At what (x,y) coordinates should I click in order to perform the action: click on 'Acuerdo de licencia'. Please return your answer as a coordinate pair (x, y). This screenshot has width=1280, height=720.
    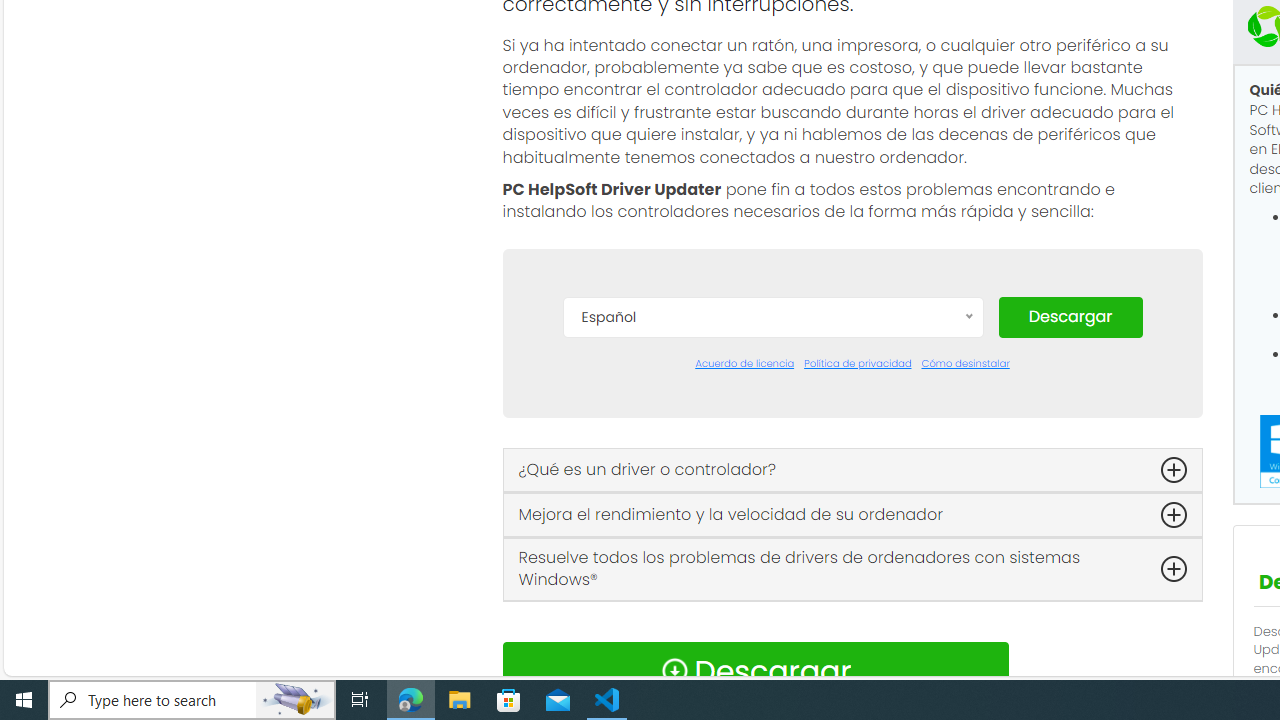
    Looking at the image, I should click on (743, 363).